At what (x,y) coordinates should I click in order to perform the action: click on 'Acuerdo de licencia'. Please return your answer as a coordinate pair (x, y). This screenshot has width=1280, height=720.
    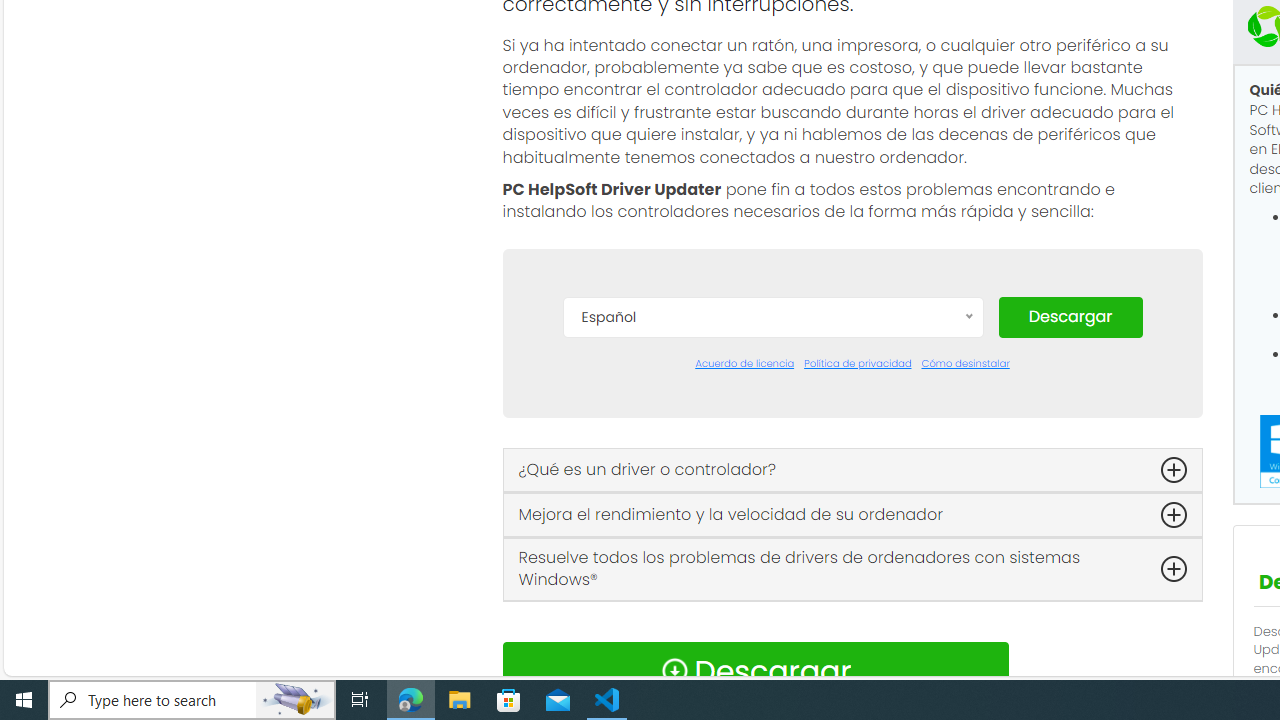
    Looking at the image, I should click on (743, 363).